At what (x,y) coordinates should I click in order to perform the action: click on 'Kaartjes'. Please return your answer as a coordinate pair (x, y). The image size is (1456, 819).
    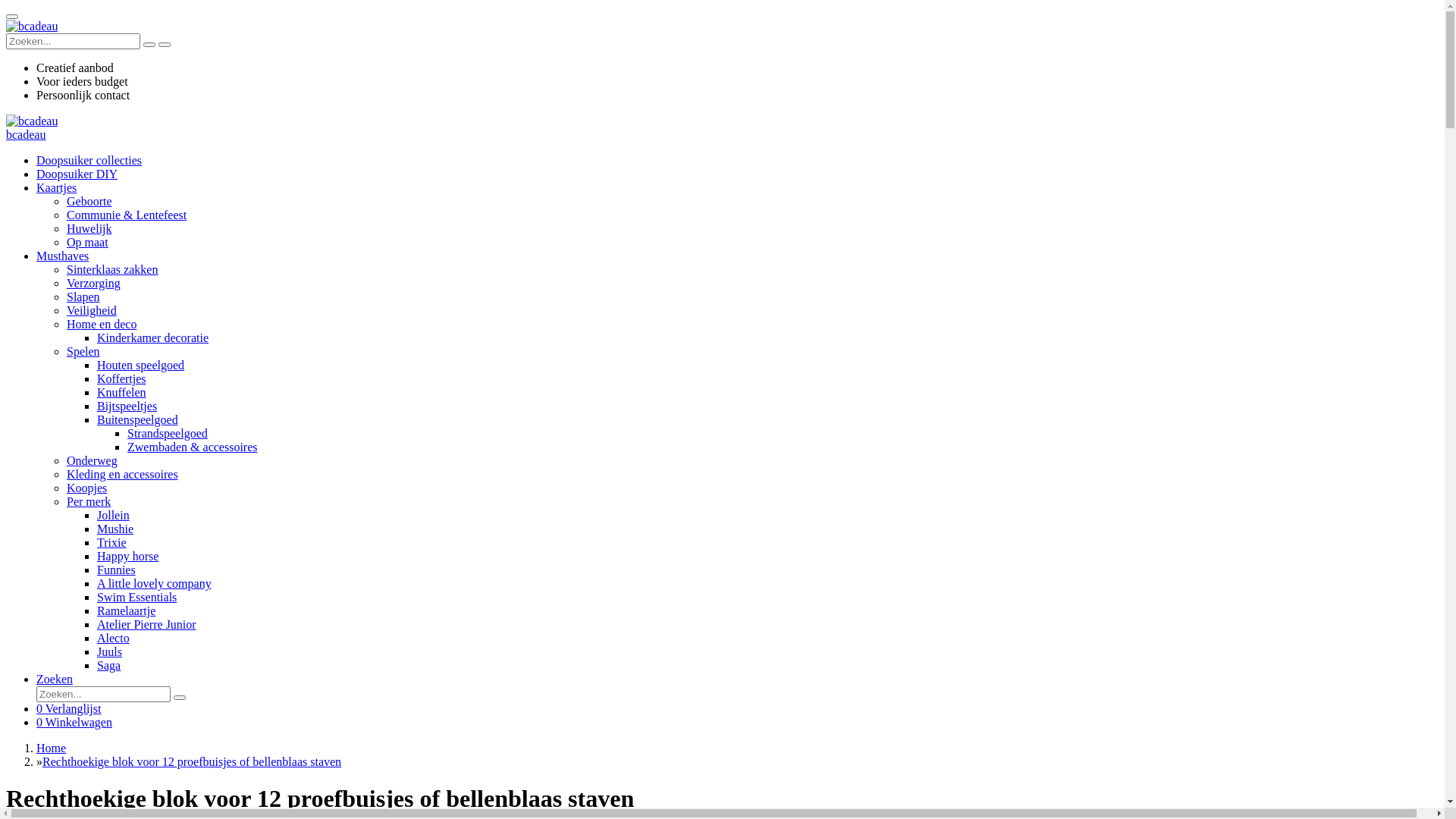
    Looking at the image, I should click on (56, 187).